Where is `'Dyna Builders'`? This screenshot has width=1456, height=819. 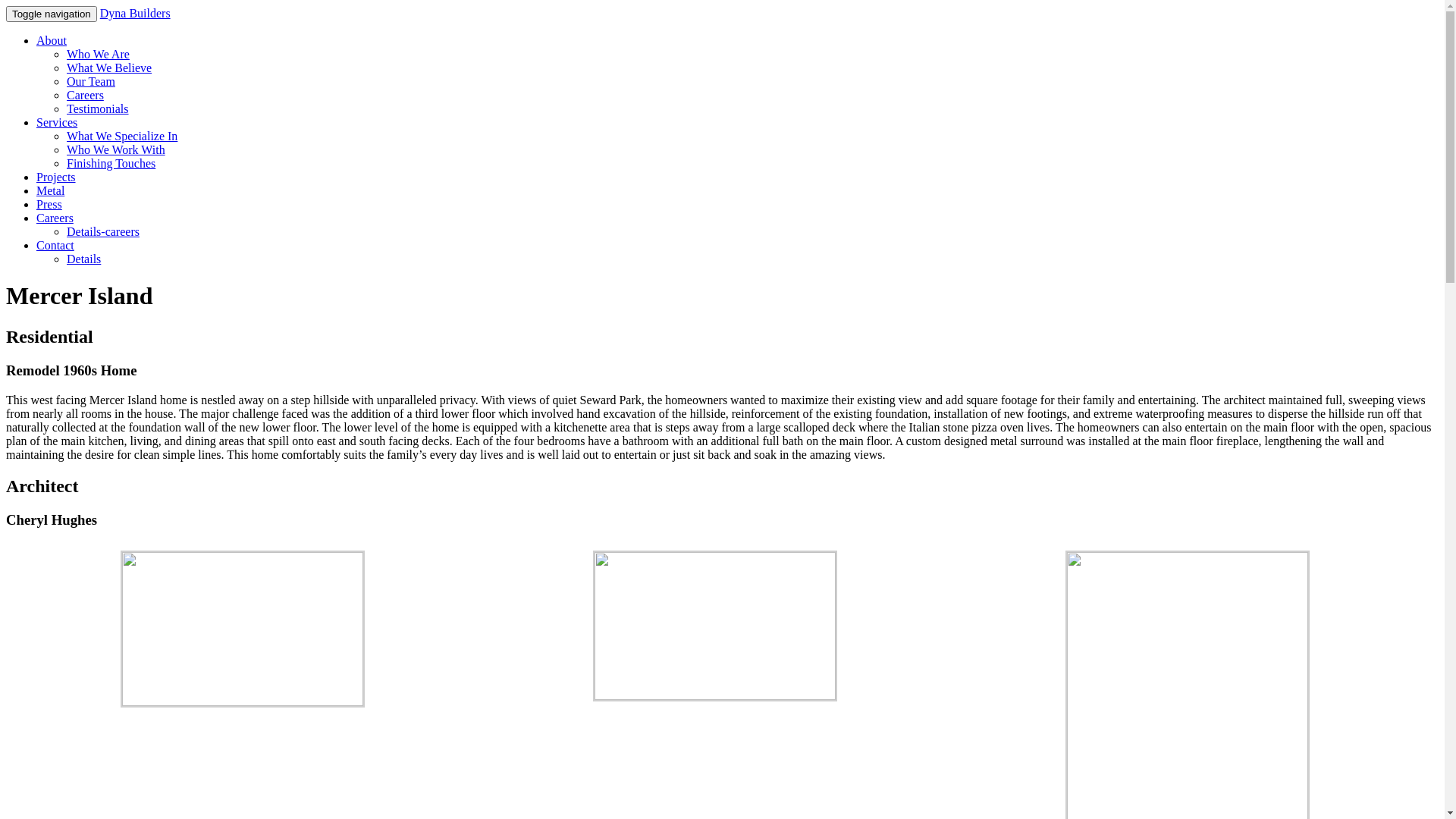
'Dyna Builders' is located at coordinates (99, 13).